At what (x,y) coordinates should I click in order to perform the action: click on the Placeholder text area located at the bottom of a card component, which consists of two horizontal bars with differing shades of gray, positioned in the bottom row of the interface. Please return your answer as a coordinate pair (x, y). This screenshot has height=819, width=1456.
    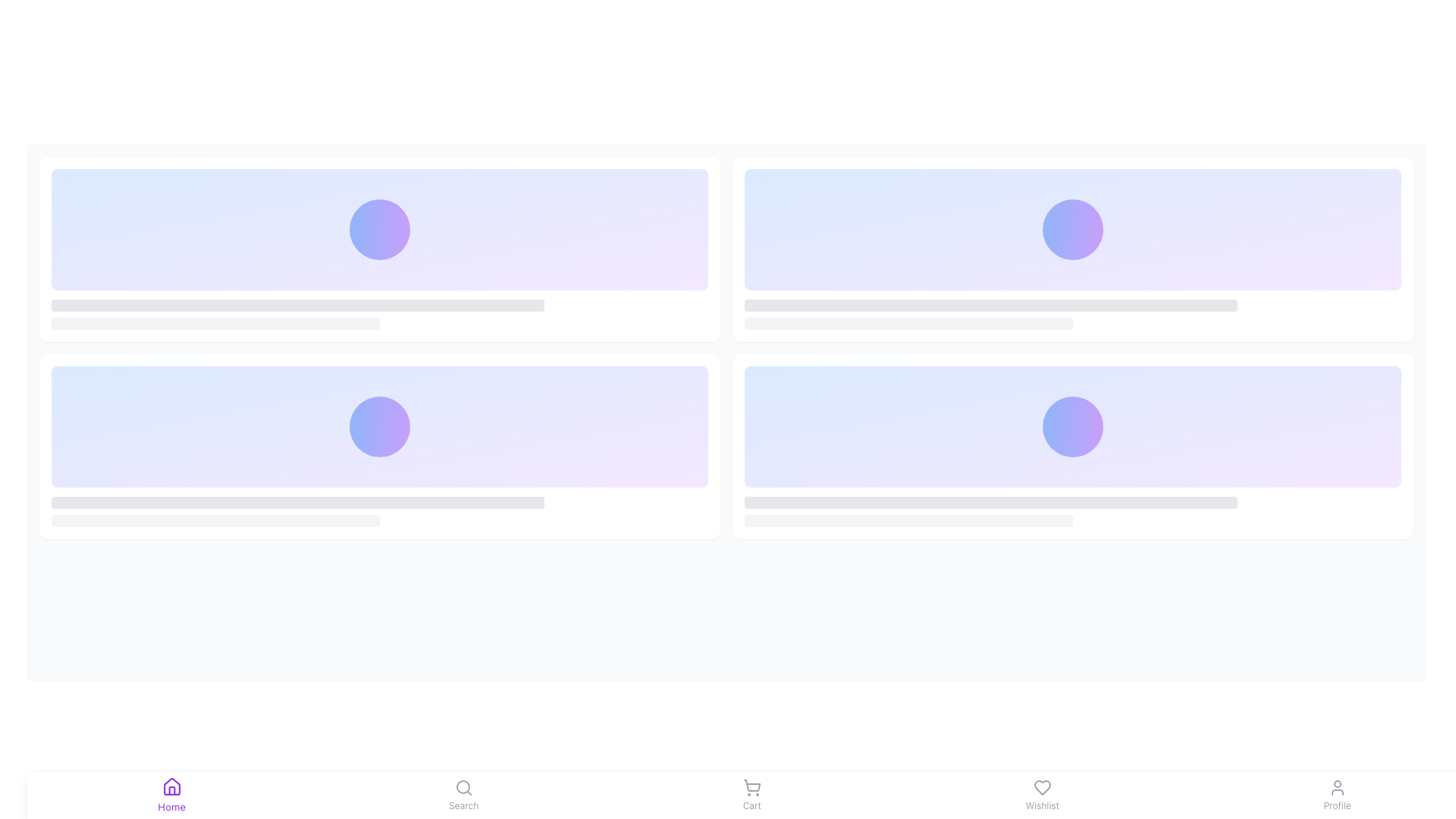
    Looking at the image, I should click on (379, 512).